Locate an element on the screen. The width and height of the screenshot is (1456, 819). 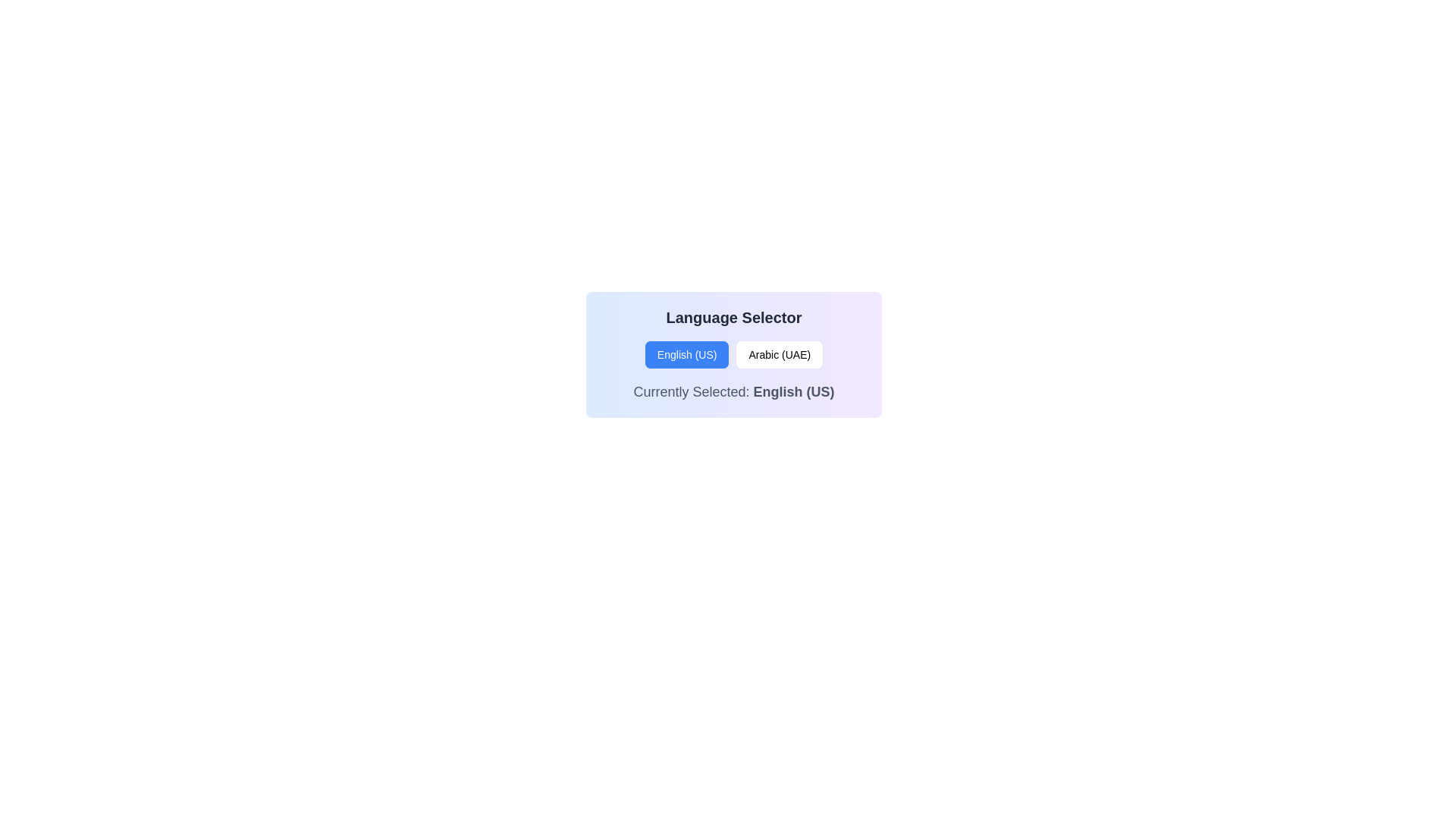
the static text element displaying the currently selected language, which shows 'English (US)' in bold within the language selection interface is located at coordinates (792, 391).